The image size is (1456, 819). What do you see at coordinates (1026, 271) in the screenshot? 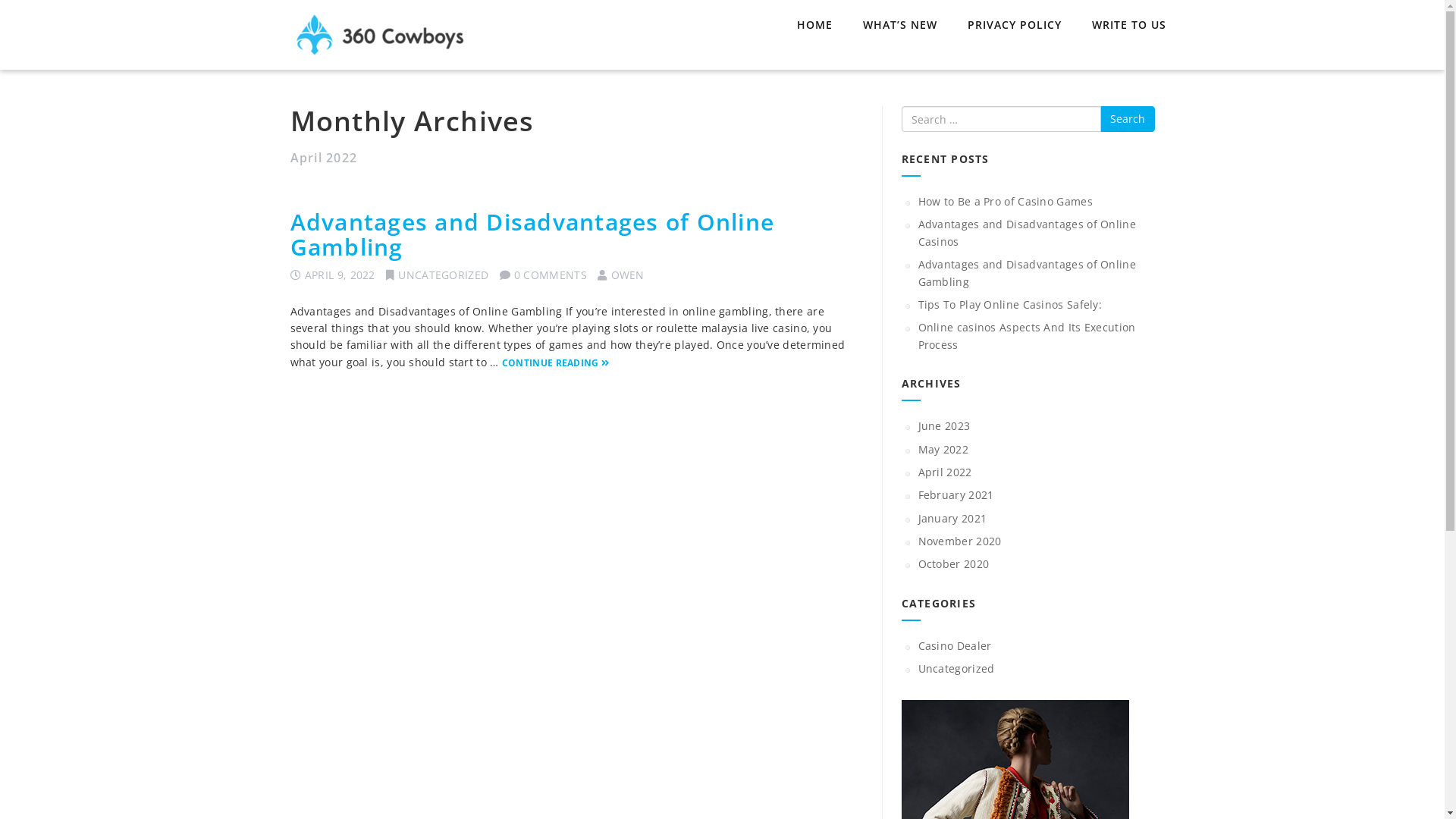
I see `'Advantages and Disadvantages of Online Gambling'` at bounding box center [1026, 271].